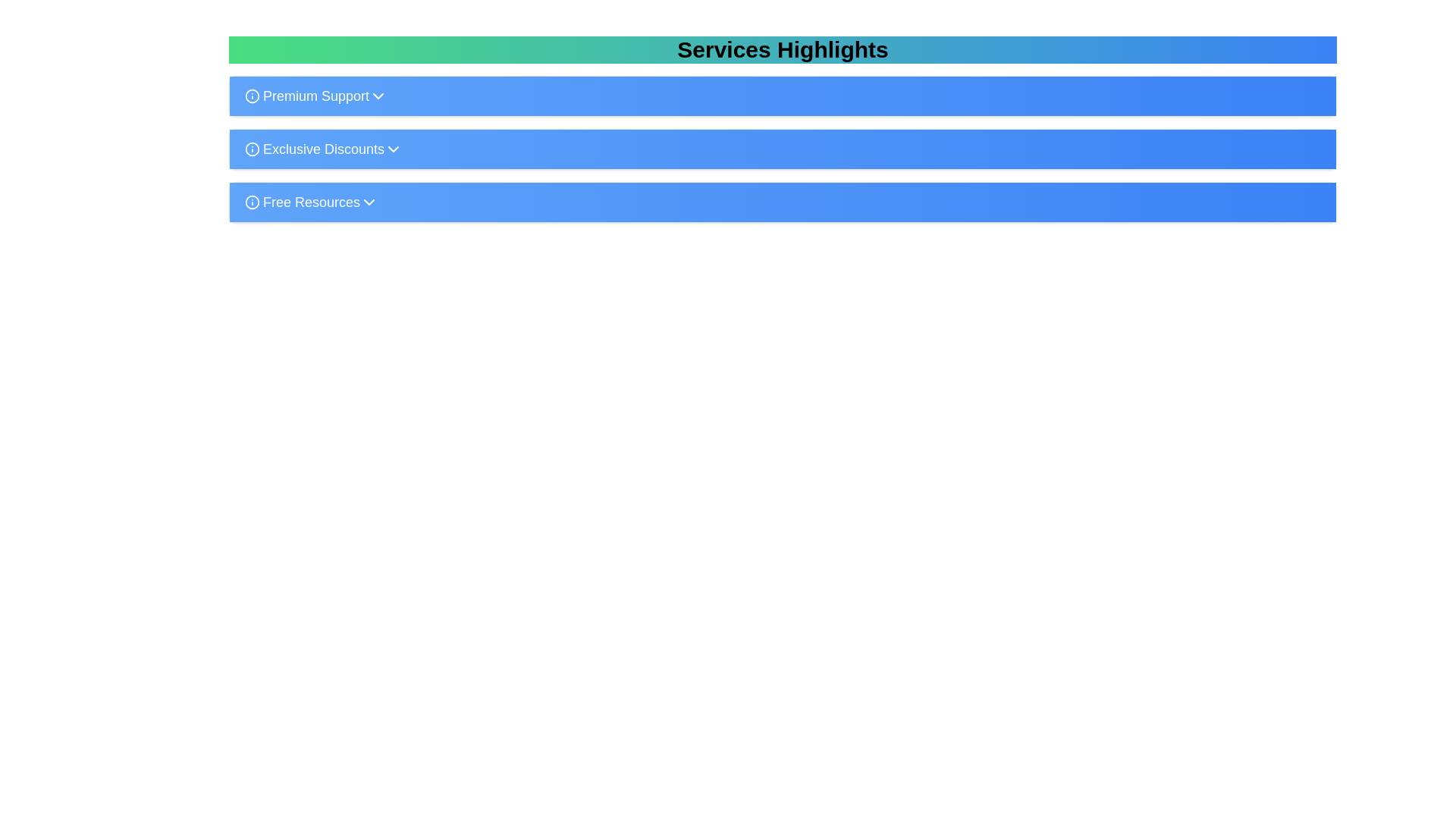  Describe the element at coordinates (252, 149) in the screenshot. I see `the SVG circle indicator located within the 'Exclusive Discounts' section` at that location.